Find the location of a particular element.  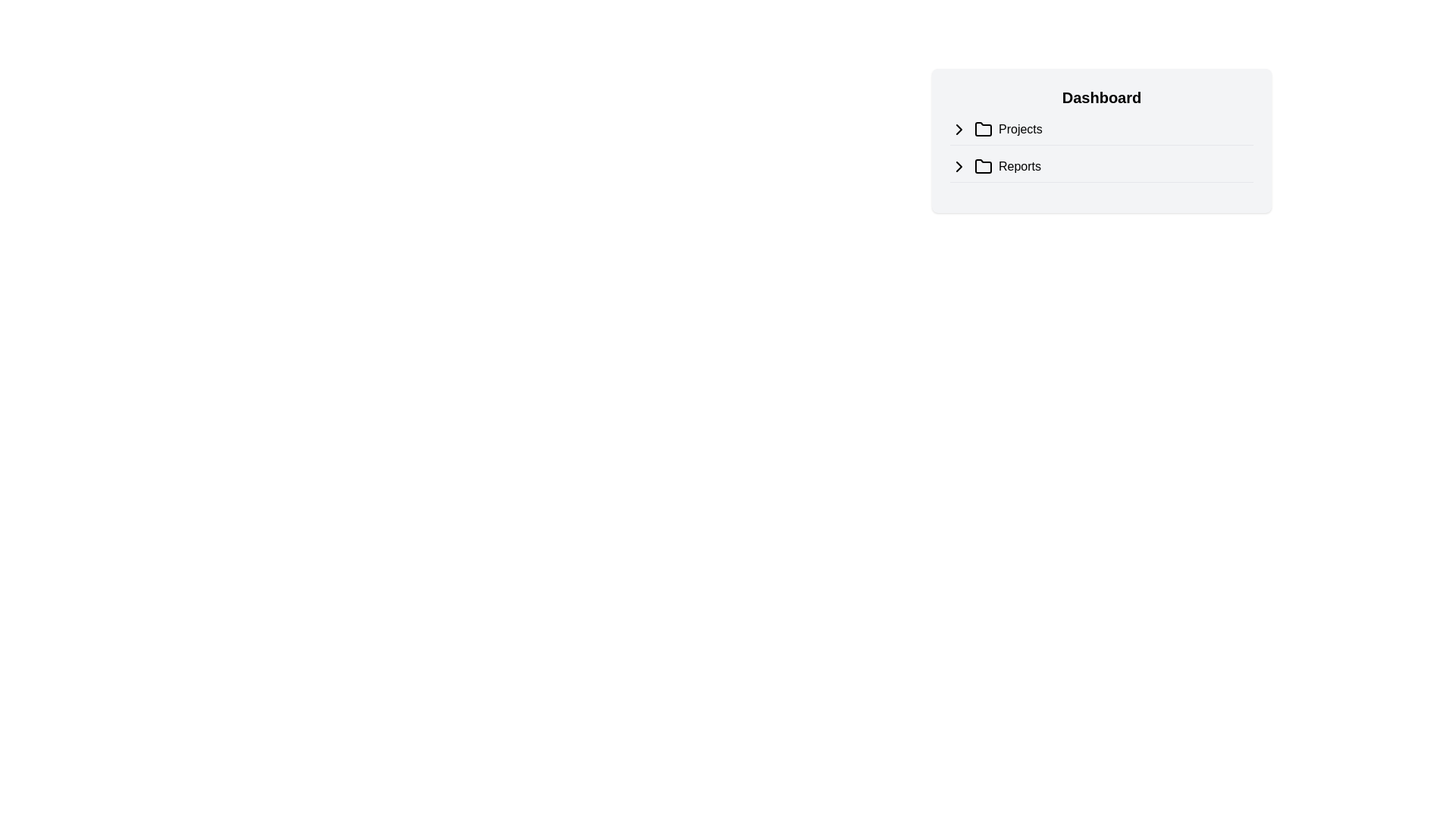

the first vector graphic icon representing the 'Projects' section in the 'Dashboard' is located at coordinates (983, 128).